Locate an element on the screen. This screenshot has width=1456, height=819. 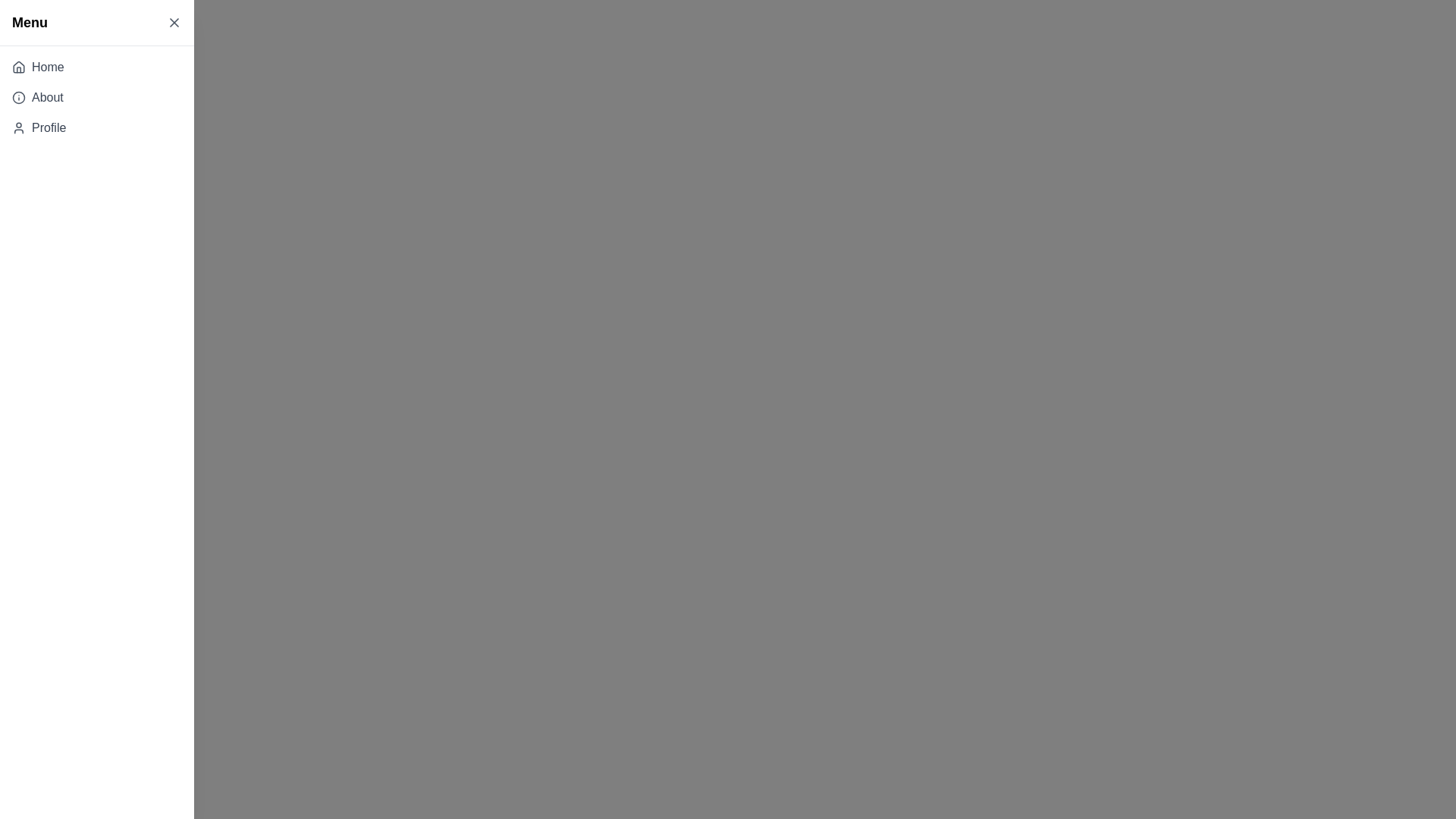
the static text label located in the upper-left section of the header bar, which indicates the purpose of the menu section is located at coordinates (30, 23).